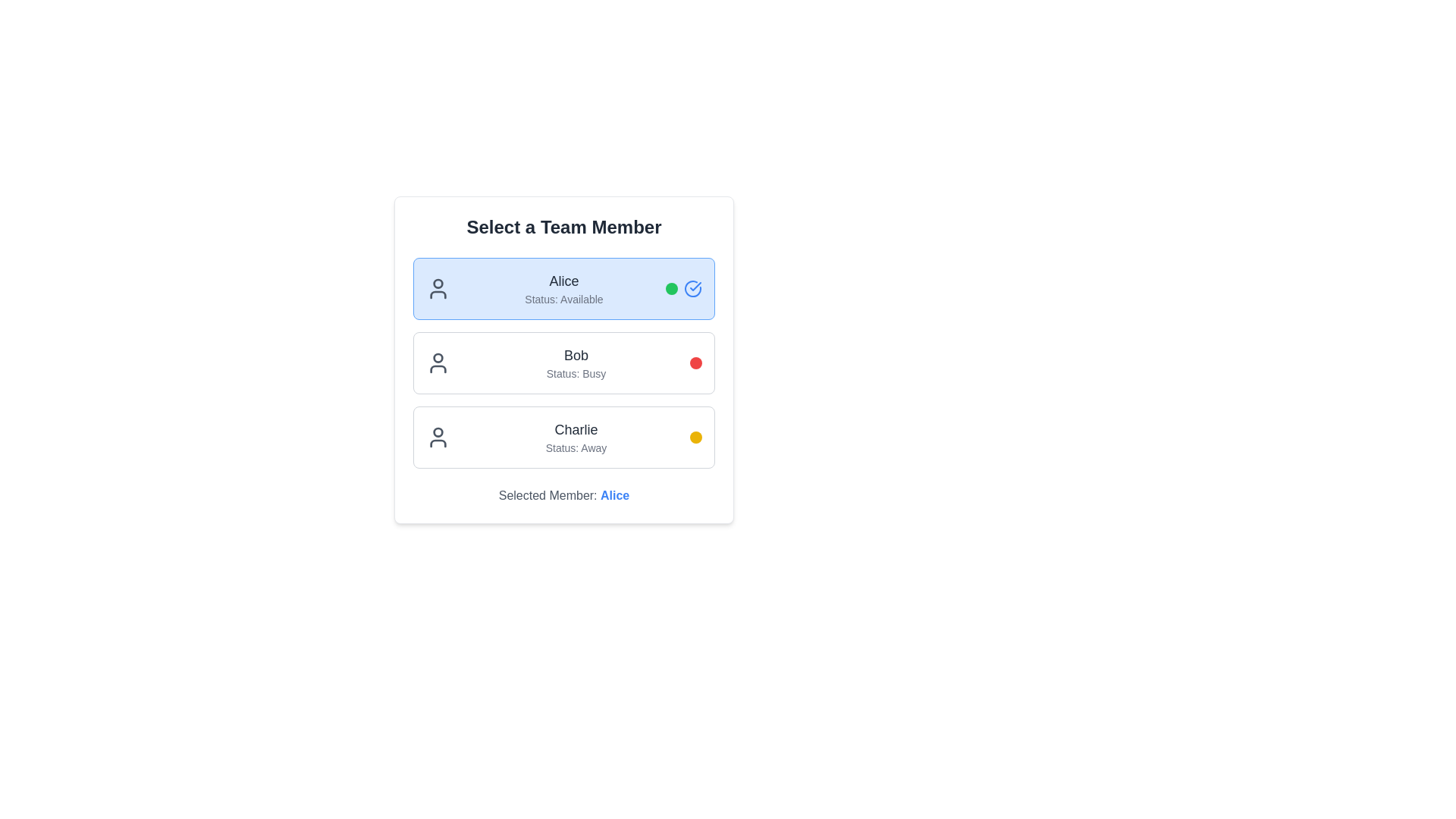 Image resolution: width=1456 pixels, height=819 pixels. What do you see at coordinates (437, 295) in the screenshot?
I see `the semicircular line segment icon representing the lower half of the user icon for the selected team member 'Alice'` at bounding box center [437, 295].